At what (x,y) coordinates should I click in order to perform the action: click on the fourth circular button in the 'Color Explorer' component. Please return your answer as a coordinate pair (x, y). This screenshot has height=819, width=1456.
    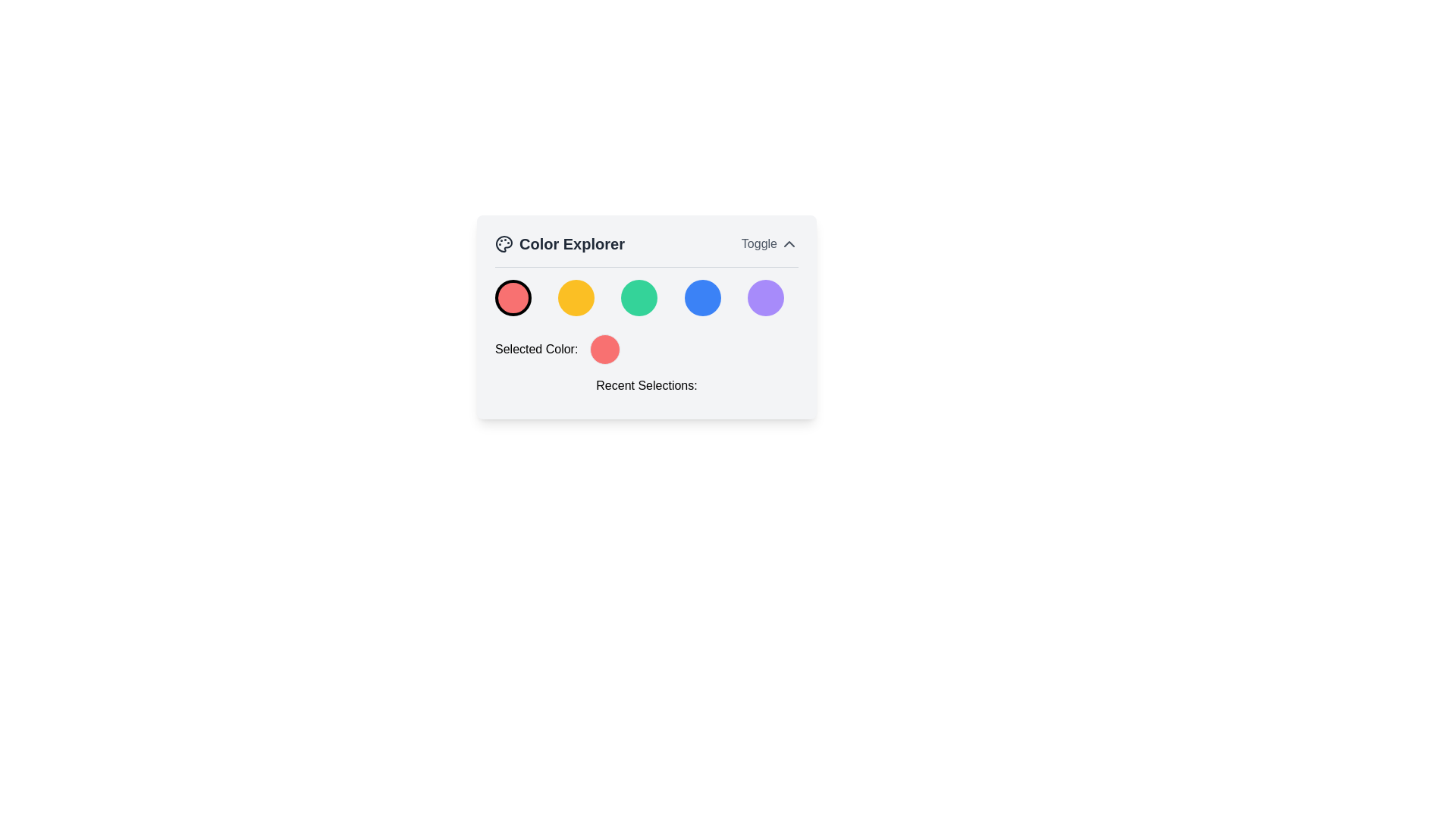
    Looking at the image, I should click on (701, 298).